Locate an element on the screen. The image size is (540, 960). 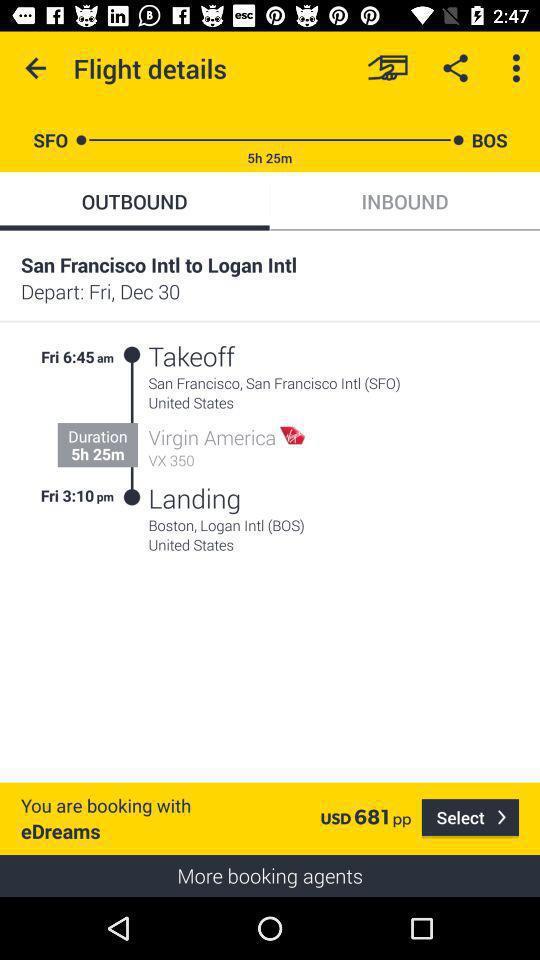
the am icon is located at coordinates (106, 354).